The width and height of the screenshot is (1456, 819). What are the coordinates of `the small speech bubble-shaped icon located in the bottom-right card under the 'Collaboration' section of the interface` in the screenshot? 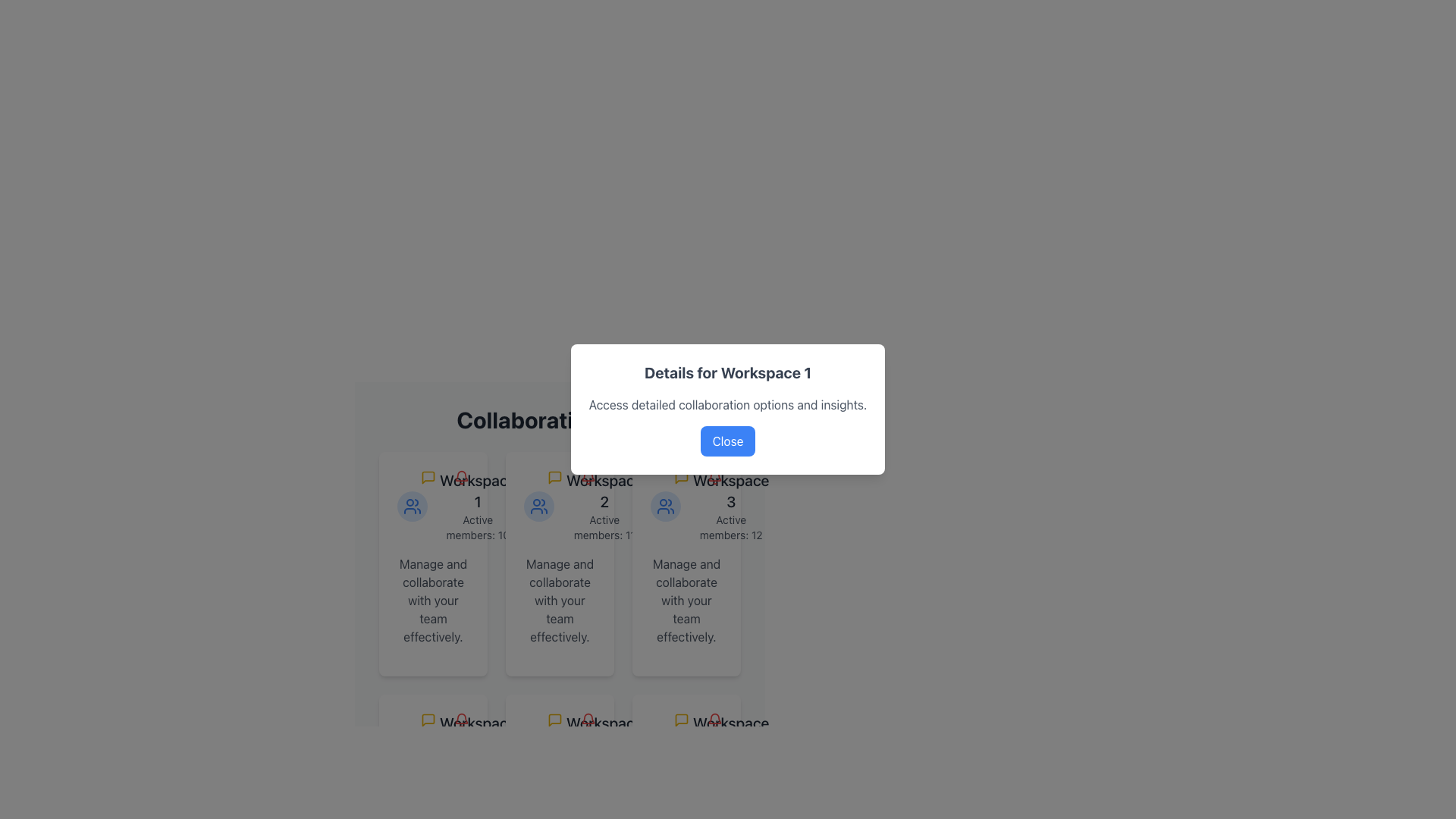 It's located at (680, 719).